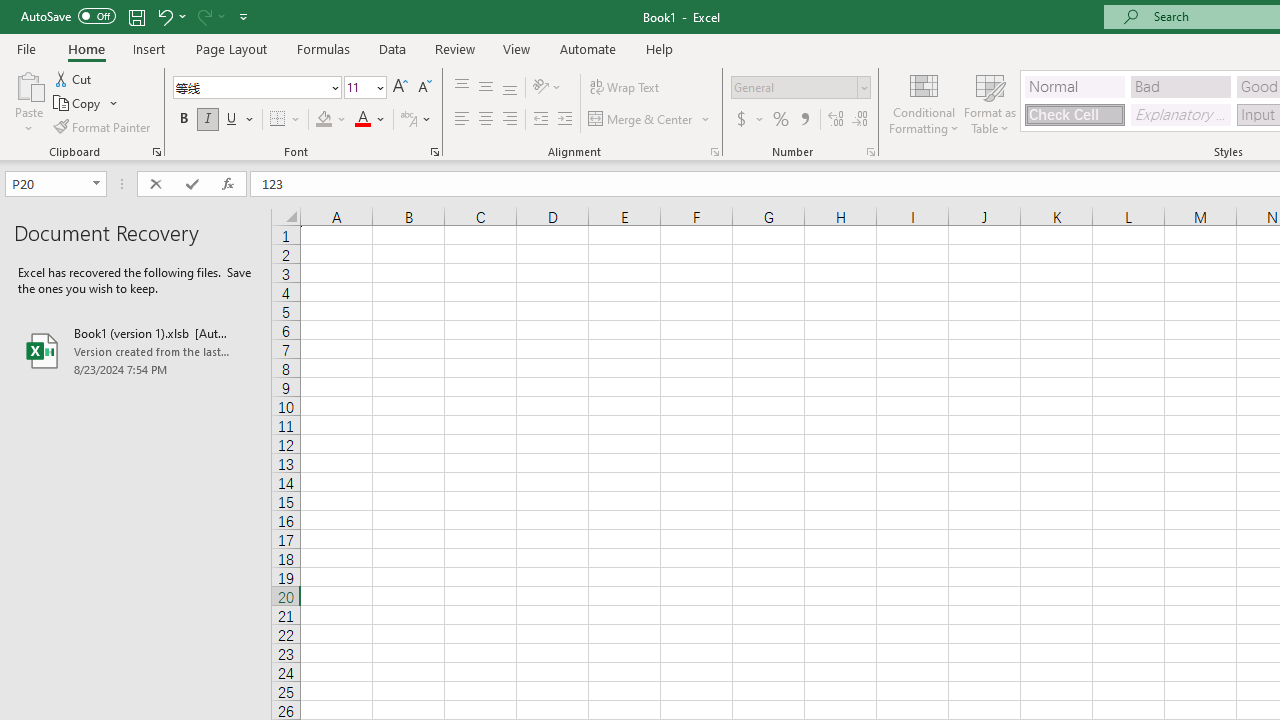 This screenshot has width=1280, height=720. I want to click on 'Decrease Decimal', so click(859, 119).